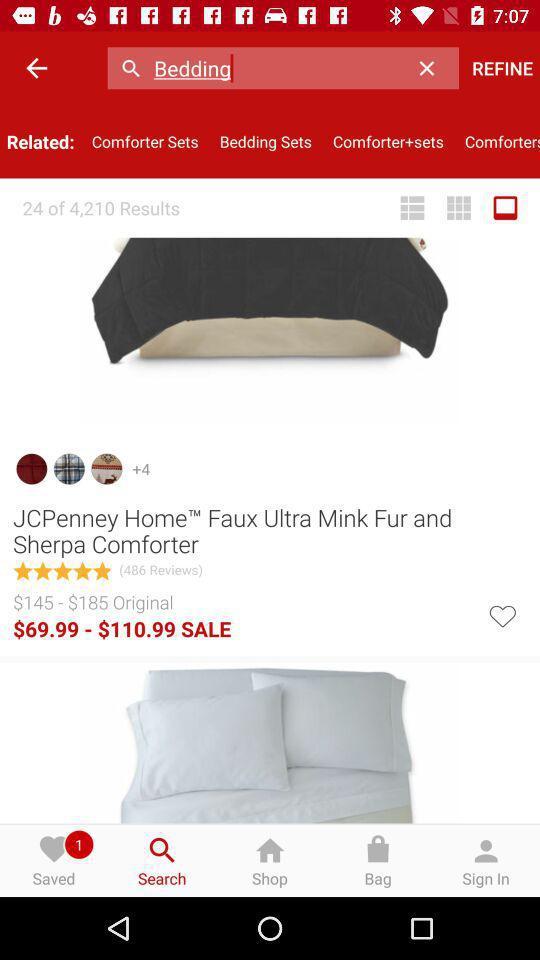  What do you see at coordinates (36, 68) in the screenshot?
I see `the icon next to comforter sets icon` at bounding box center [36, 68].